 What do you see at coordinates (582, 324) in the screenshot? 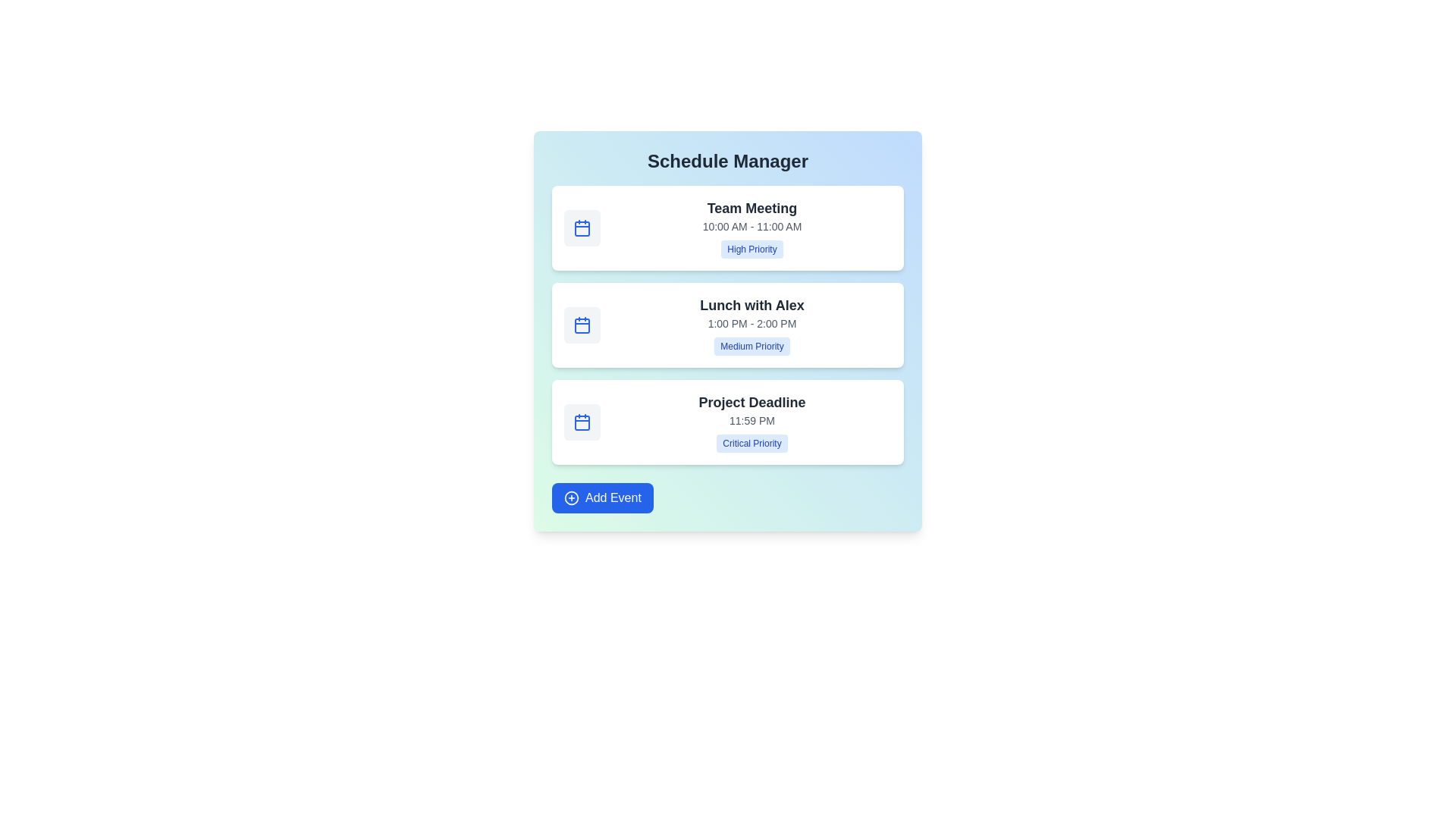
I see `the calendar icon for the event 'Lunch with Alex'` at bounding box center [582, 324].